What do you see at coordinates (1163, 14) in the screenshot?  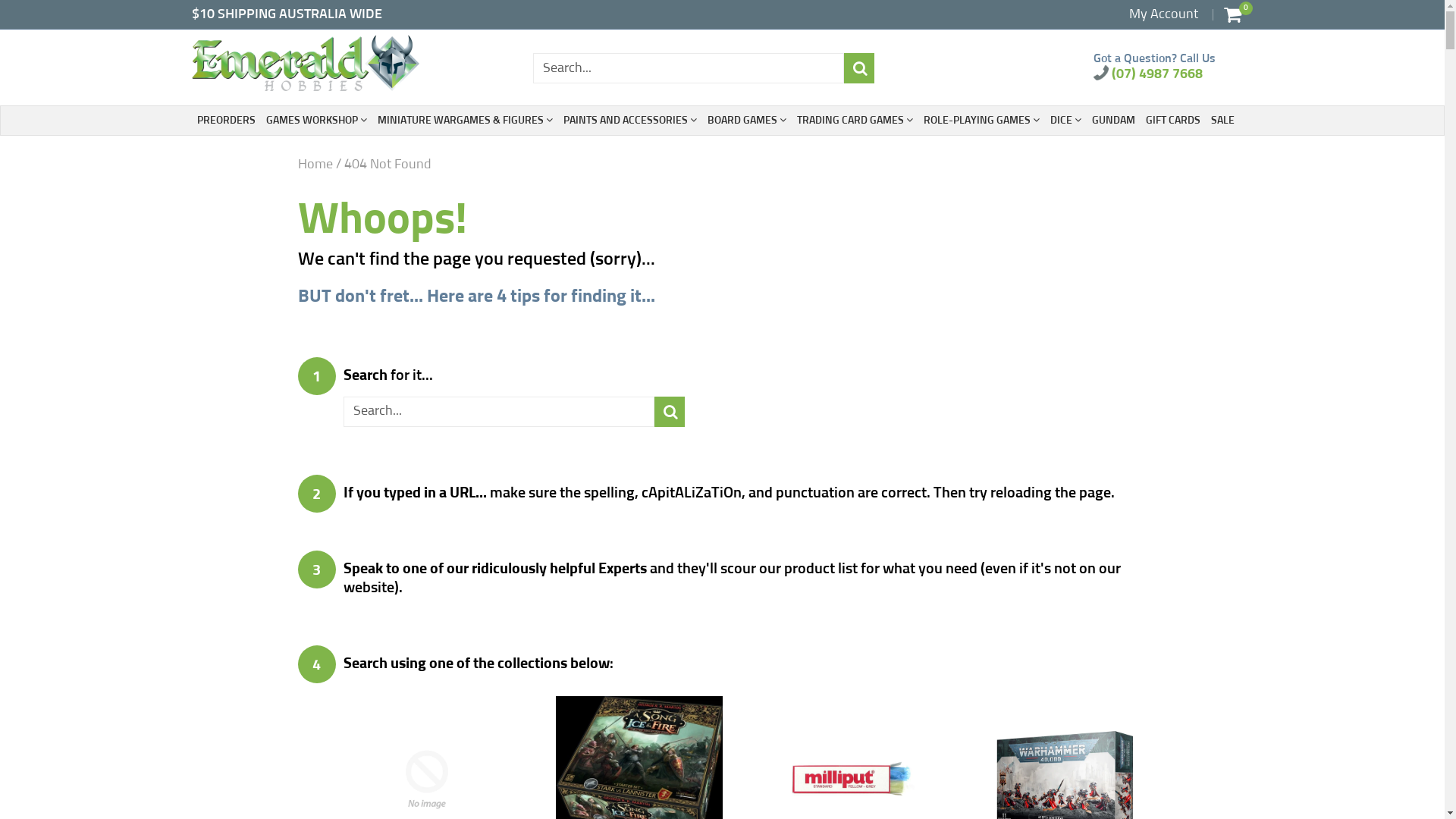 I see `'My Account'` at bounding box center [1163, 14].